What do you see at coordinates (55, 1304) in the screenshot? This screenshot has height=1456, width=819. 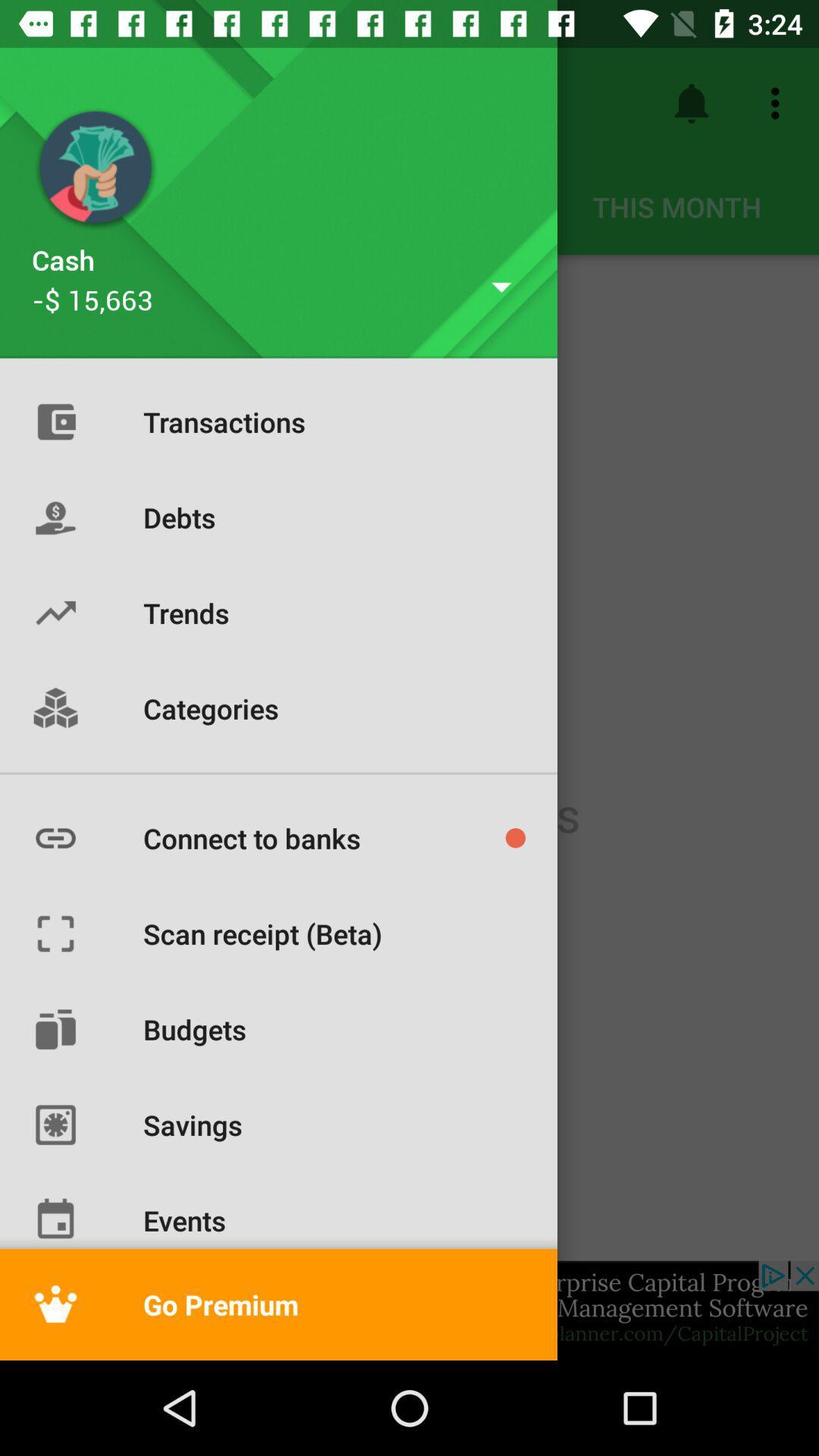 I see `the crown image option to the left of go premium text` at bounding box center [55, 1304].